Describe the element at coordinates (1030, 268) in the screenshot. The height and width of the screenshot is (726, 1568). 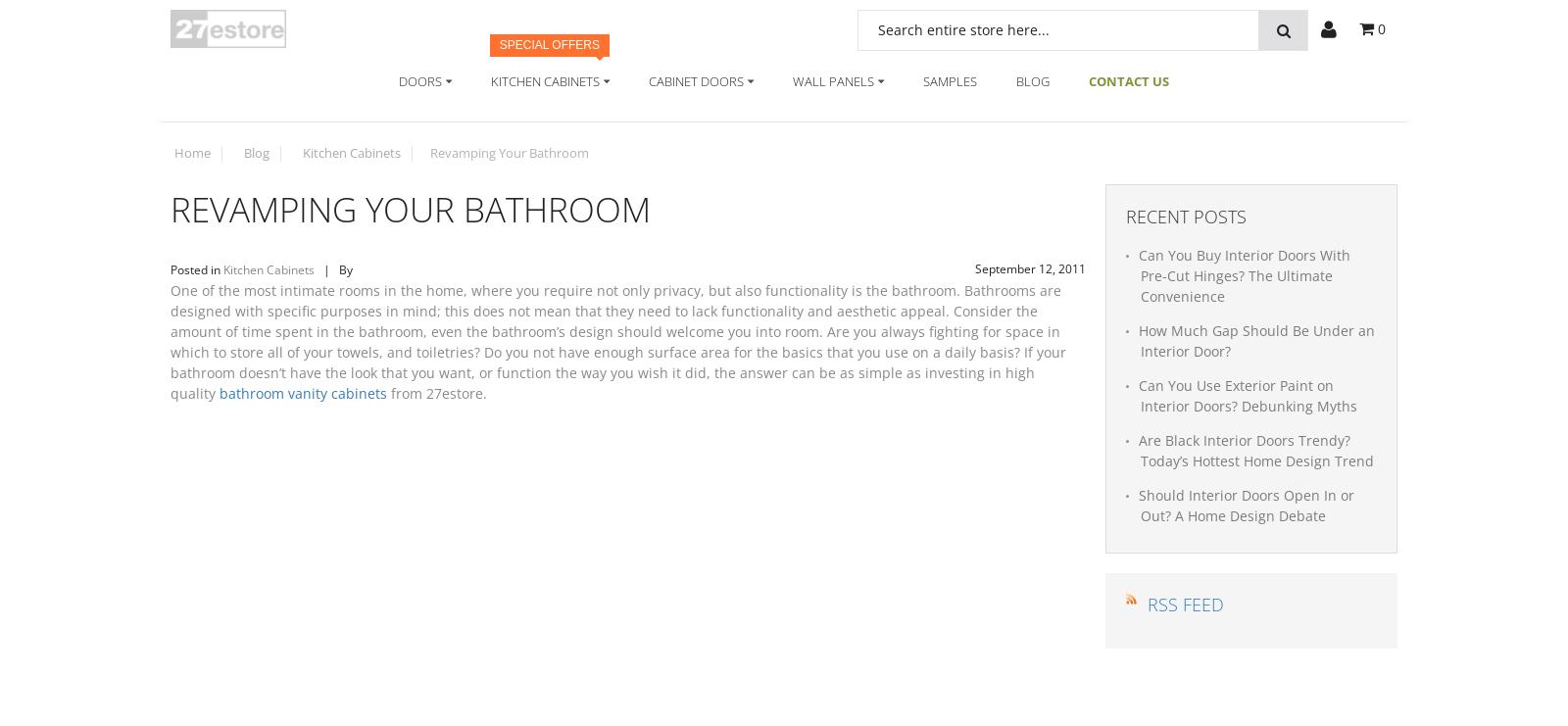
I see `'September 12, 2011'` at that location.